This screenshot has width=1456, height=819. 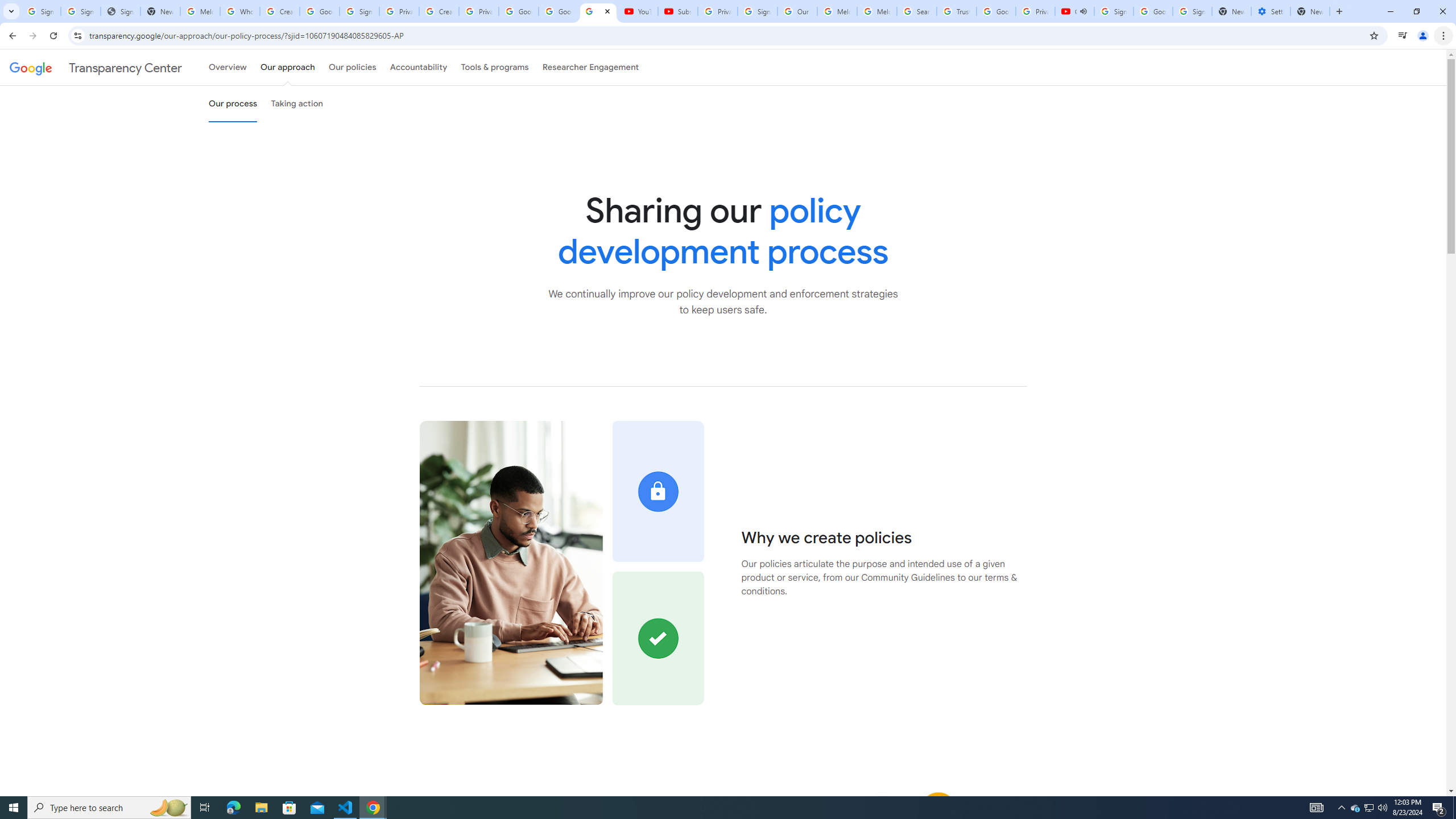 What do you see at coordinates (591, 67) in the screenshot?
I see `'Researcher Engagement'` at bounding box center [591, 67].